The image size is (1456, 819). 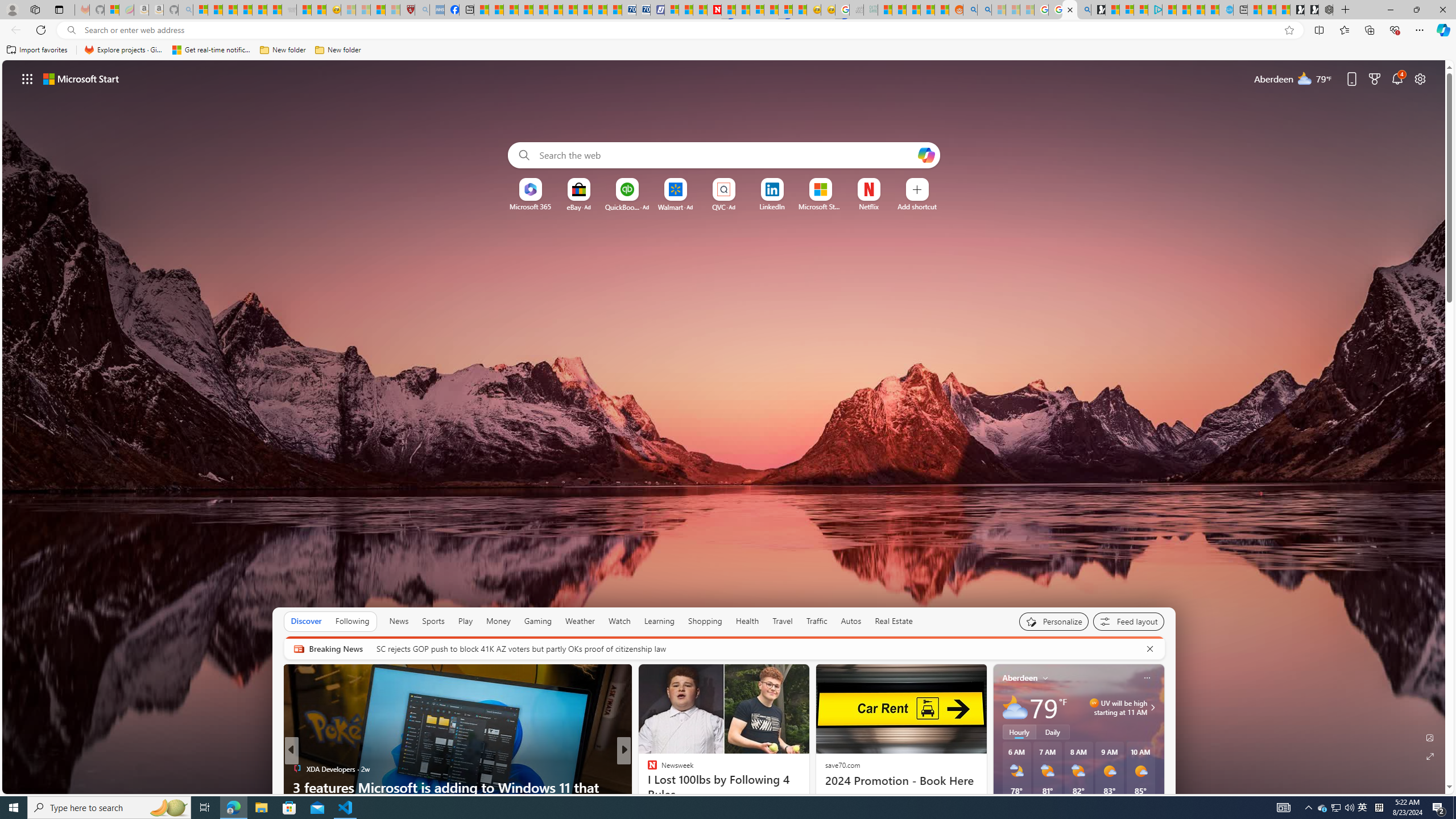 What do you see at coordinates (1430, 737) in the screenshot?
I see `'Edit Background'` at bounding box center [1430, 737].